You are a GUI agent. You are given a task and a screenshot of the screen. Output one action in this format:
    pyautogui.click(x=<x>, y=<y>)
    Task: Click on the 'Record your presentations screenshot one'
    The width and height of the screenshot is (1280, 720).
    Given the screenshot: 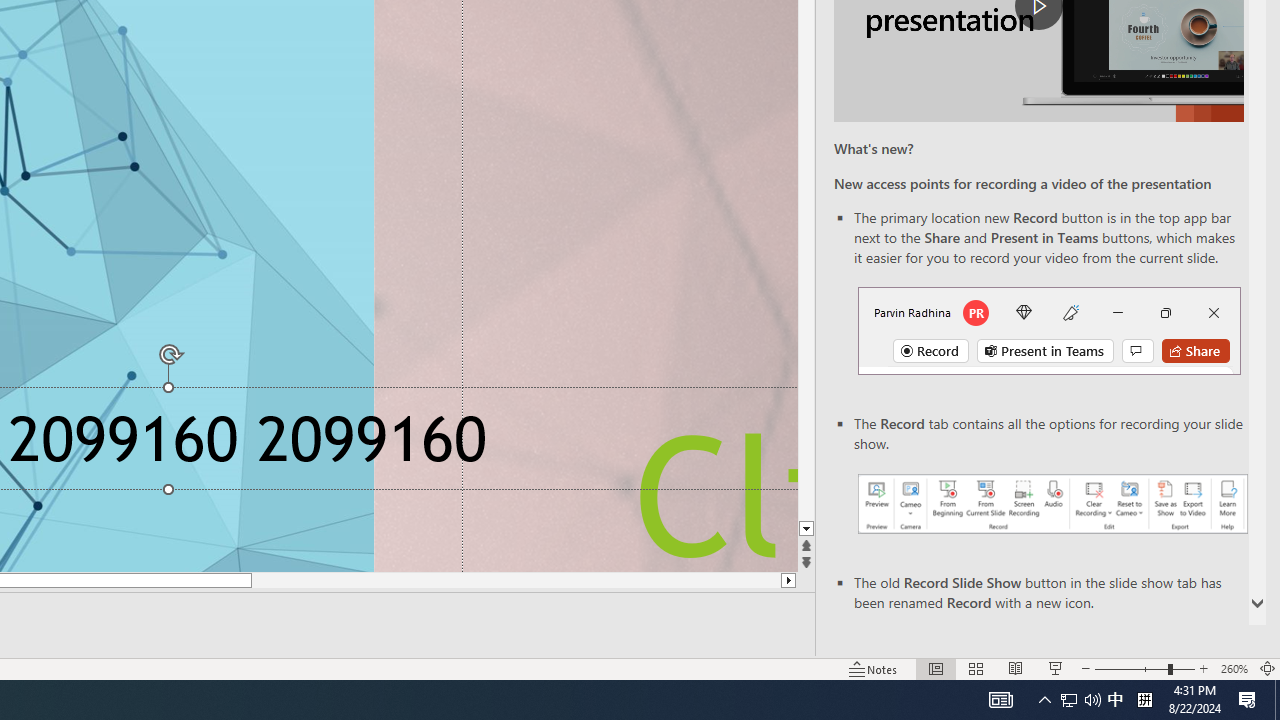 What is the action you would take?
    pyautogui.click(x=1051, y=502)
    